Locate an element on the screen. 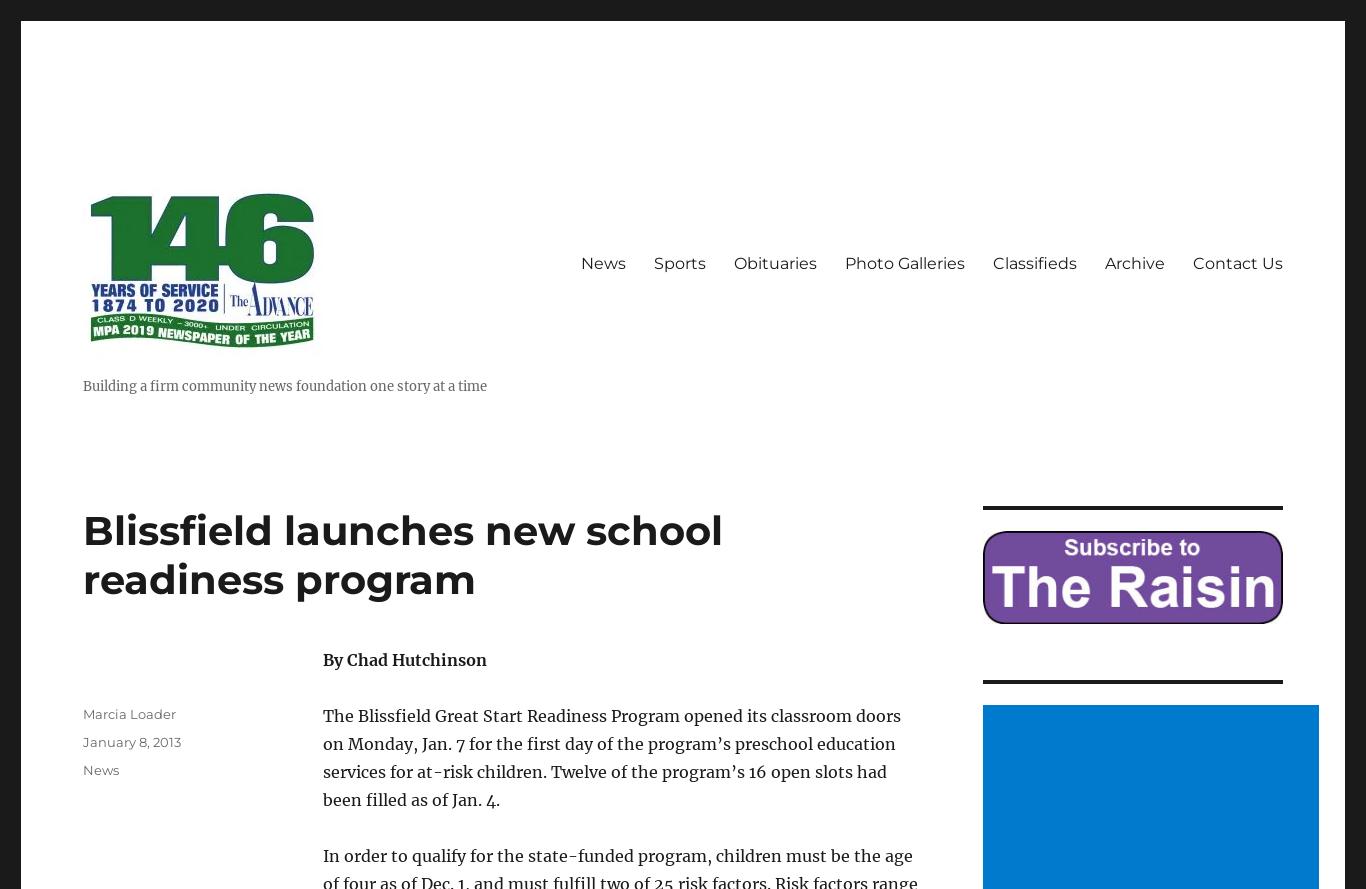 The image size is (1366, 889). 'Archive' is located at coordinates (1134, 263).